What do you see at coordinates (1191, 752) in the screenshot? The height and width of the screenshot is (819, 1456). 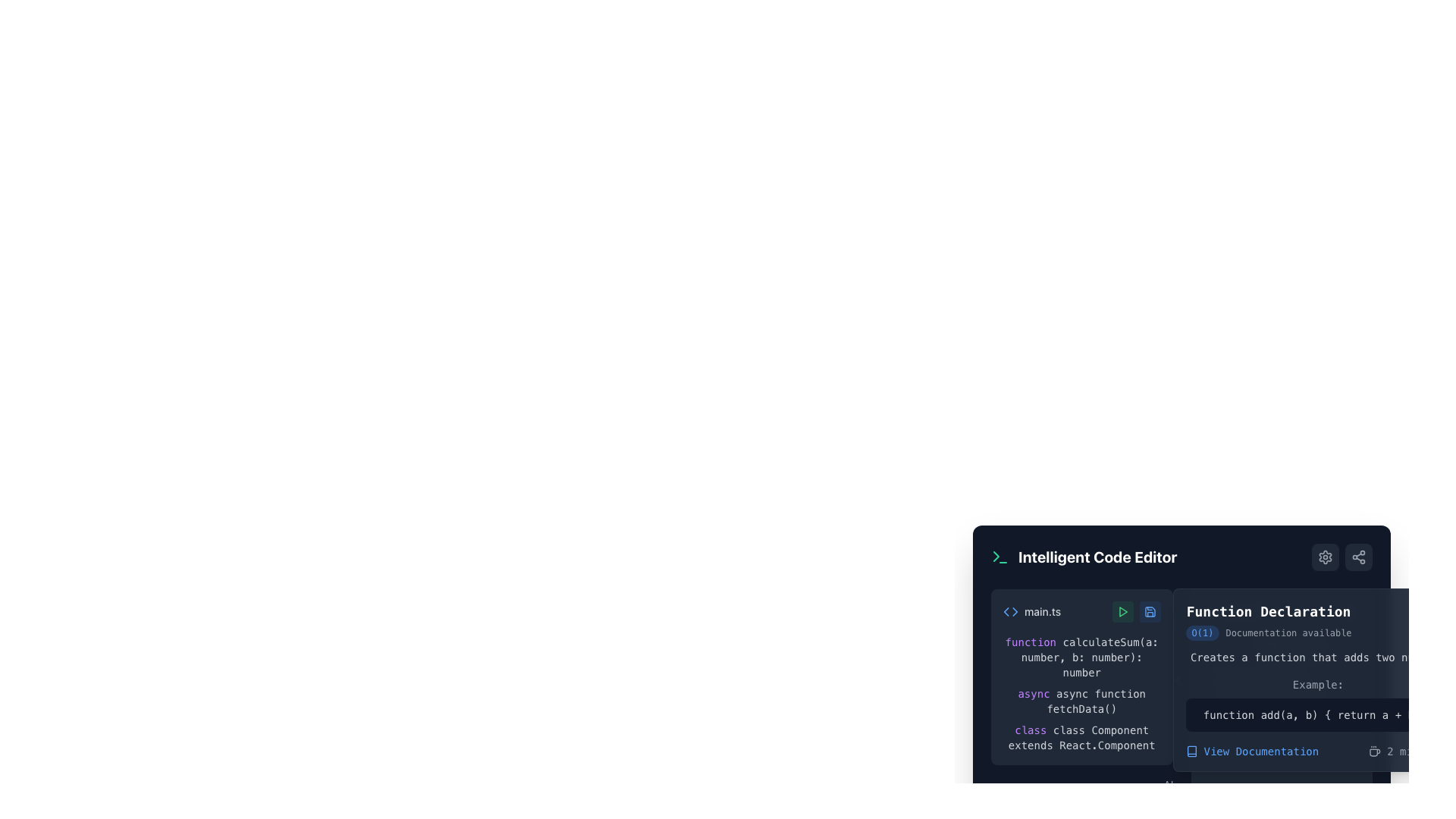 I see `the visual indicator icon associated with the 'View Documentation' action, located to the left of the text 'View Documentation'` at bounding box center [1191, 752].